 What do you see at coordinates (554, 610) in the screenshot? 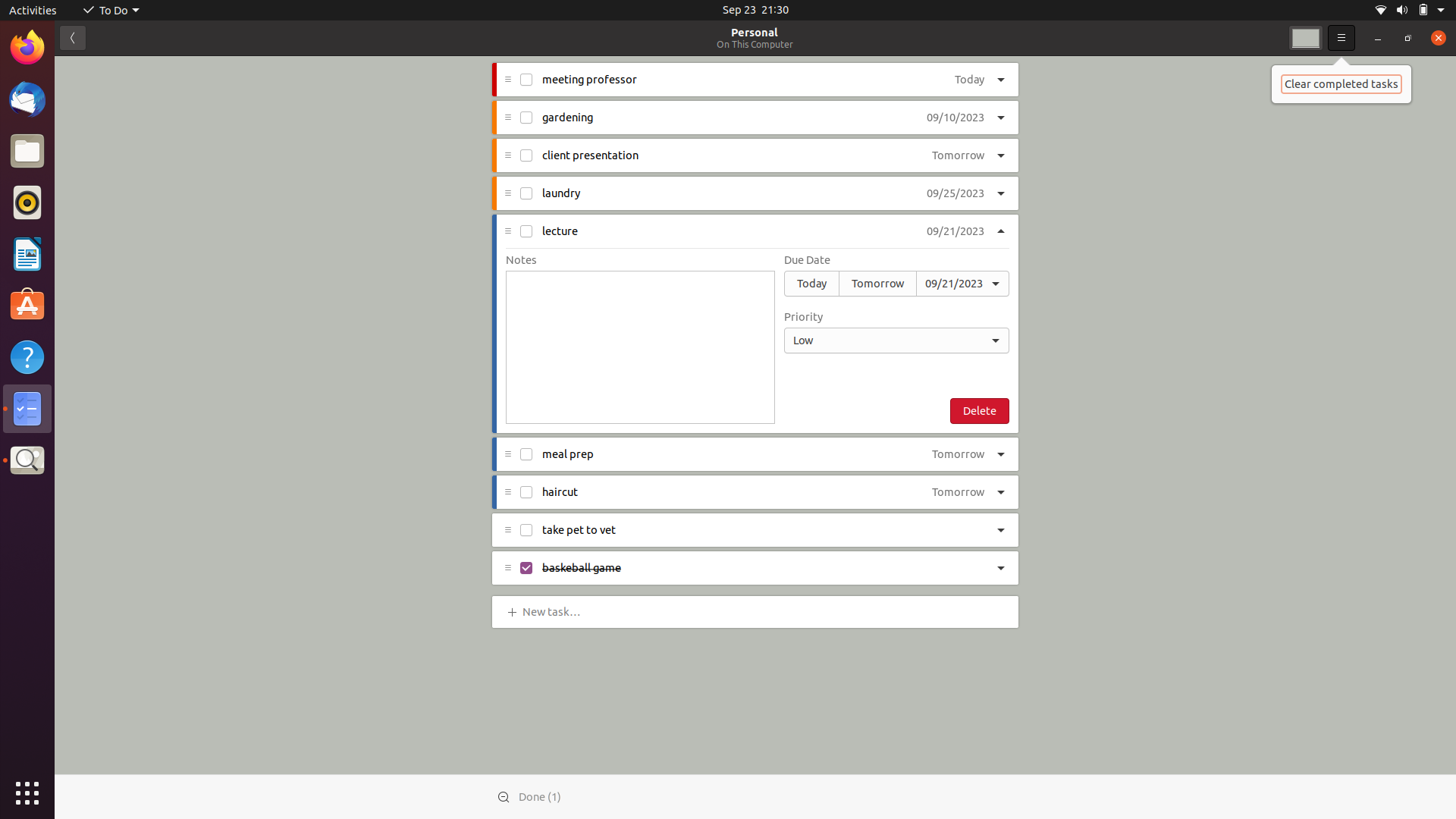
I see `Add "book keeping" task` at bounding box center [554, 610].